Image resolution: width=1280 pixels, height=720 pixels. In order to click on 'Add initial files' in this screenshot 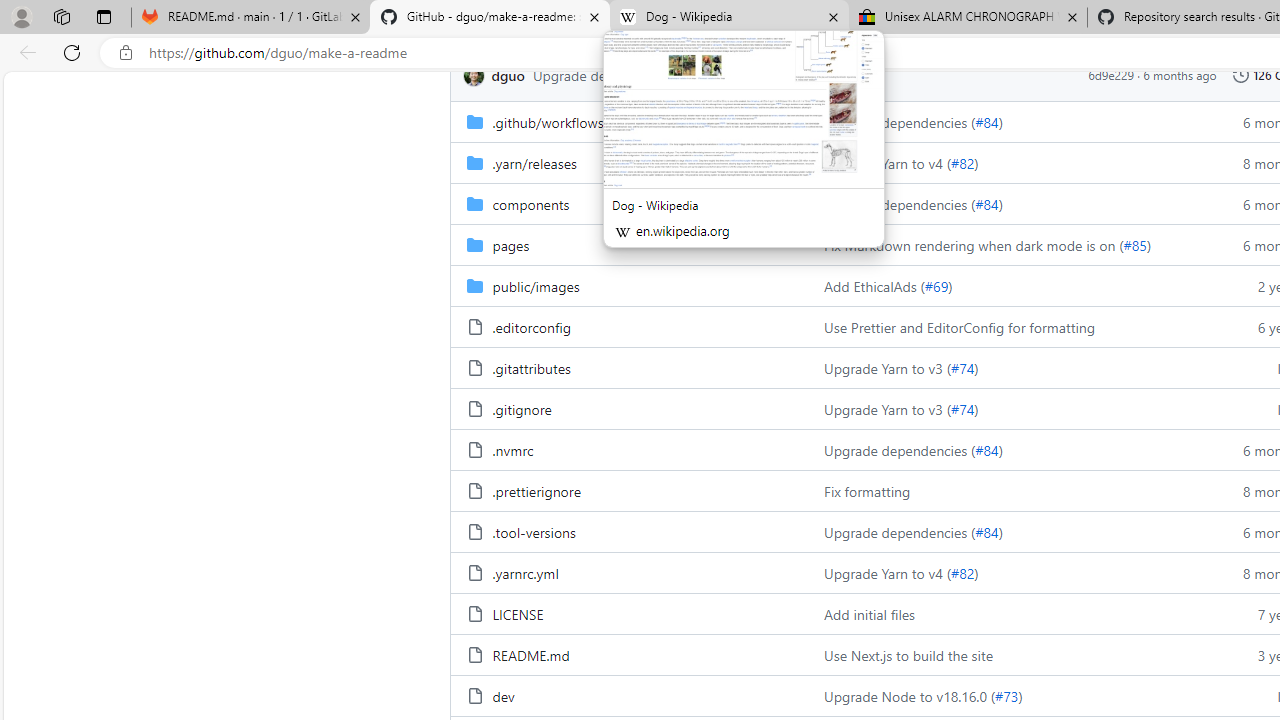, I will do `click(870, 613)`.